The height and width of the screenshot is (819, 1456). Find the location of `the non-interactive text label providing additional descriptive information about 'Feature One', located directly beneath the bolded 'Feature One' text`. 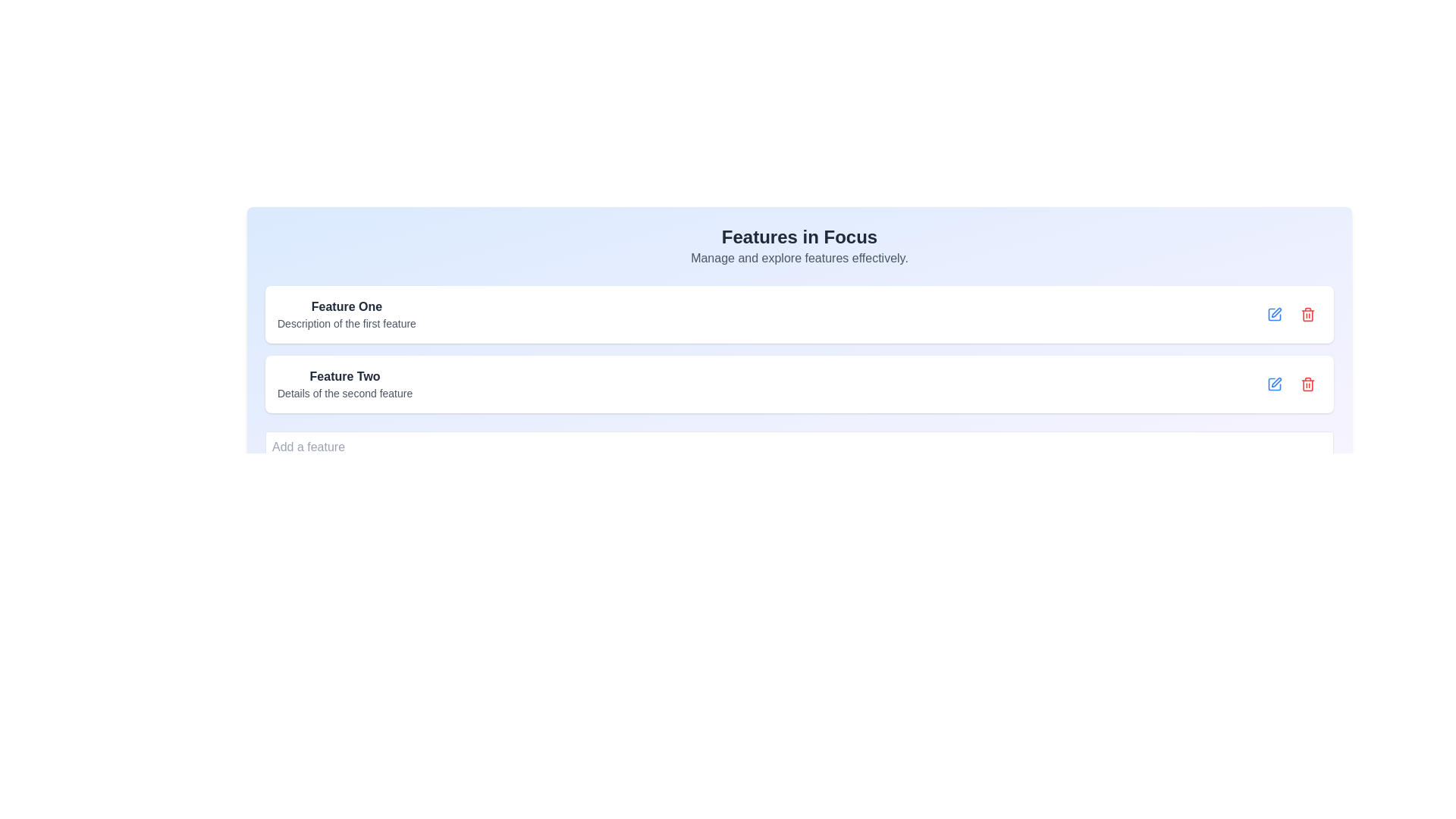

the non-interactive text label providing additional descriptive information about 'Feature One', located directly beneath the bolded 'Feature One' text is located at coordinates (346, 323).